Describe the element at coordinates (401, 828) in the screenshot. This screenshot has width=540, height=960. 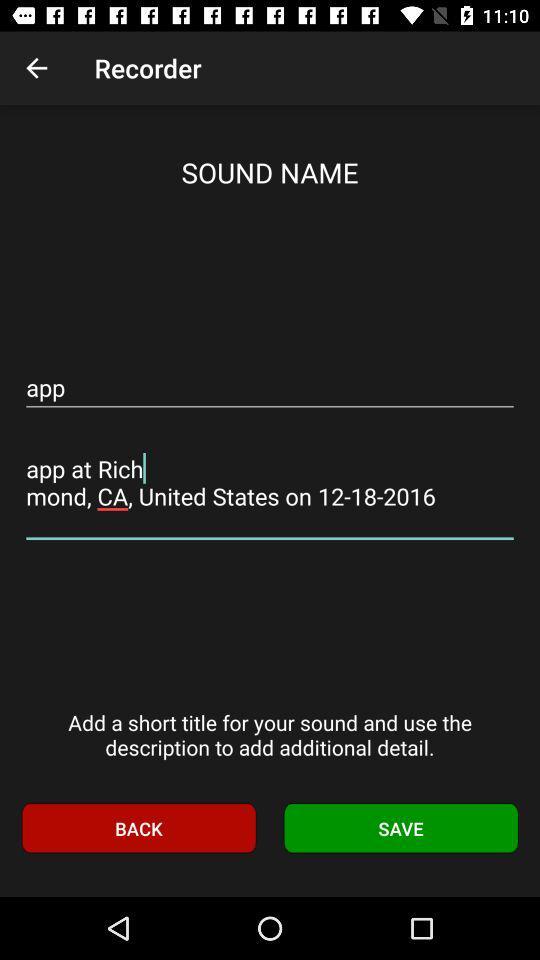
I see `item at the bottom right corner` at that location.